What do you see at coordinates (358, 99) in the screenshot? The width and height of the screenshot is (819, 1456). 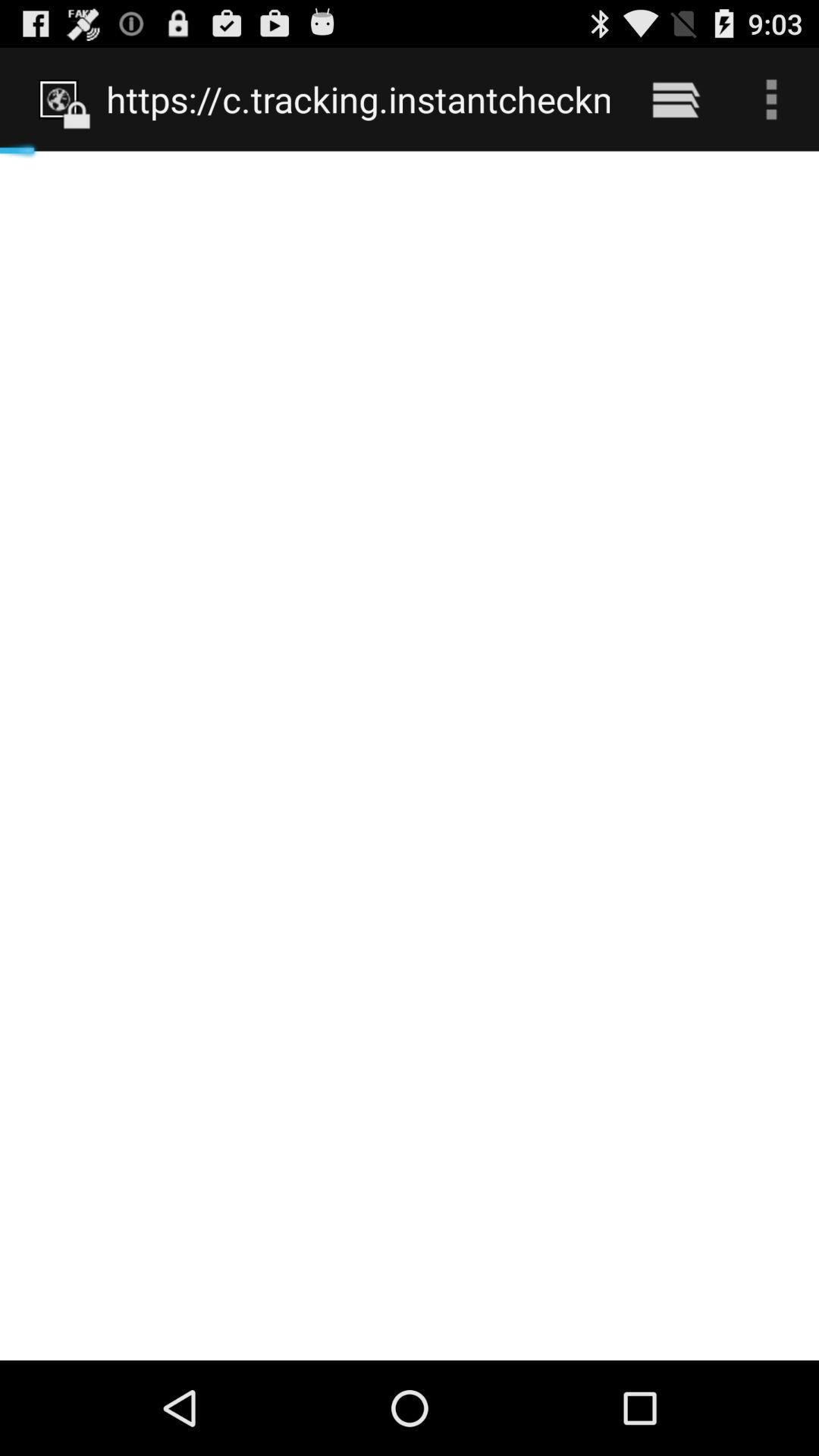 I see `the https www phone` at bounding box center [358, 99].